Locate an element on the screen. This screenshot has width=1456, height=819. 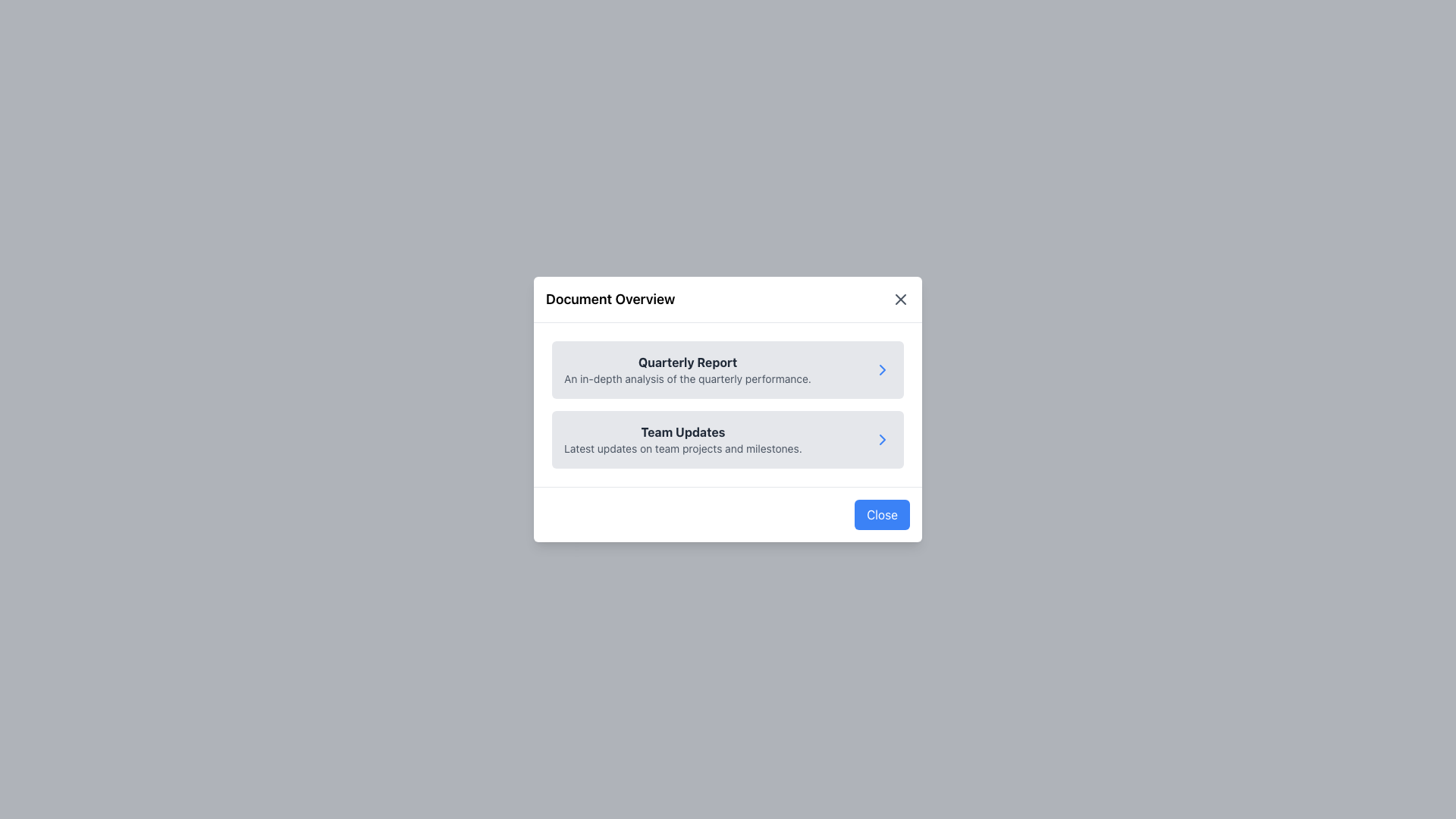
the stylized 'X' icon located in the top-right corner of the modal is located at coordinates (901, 299).